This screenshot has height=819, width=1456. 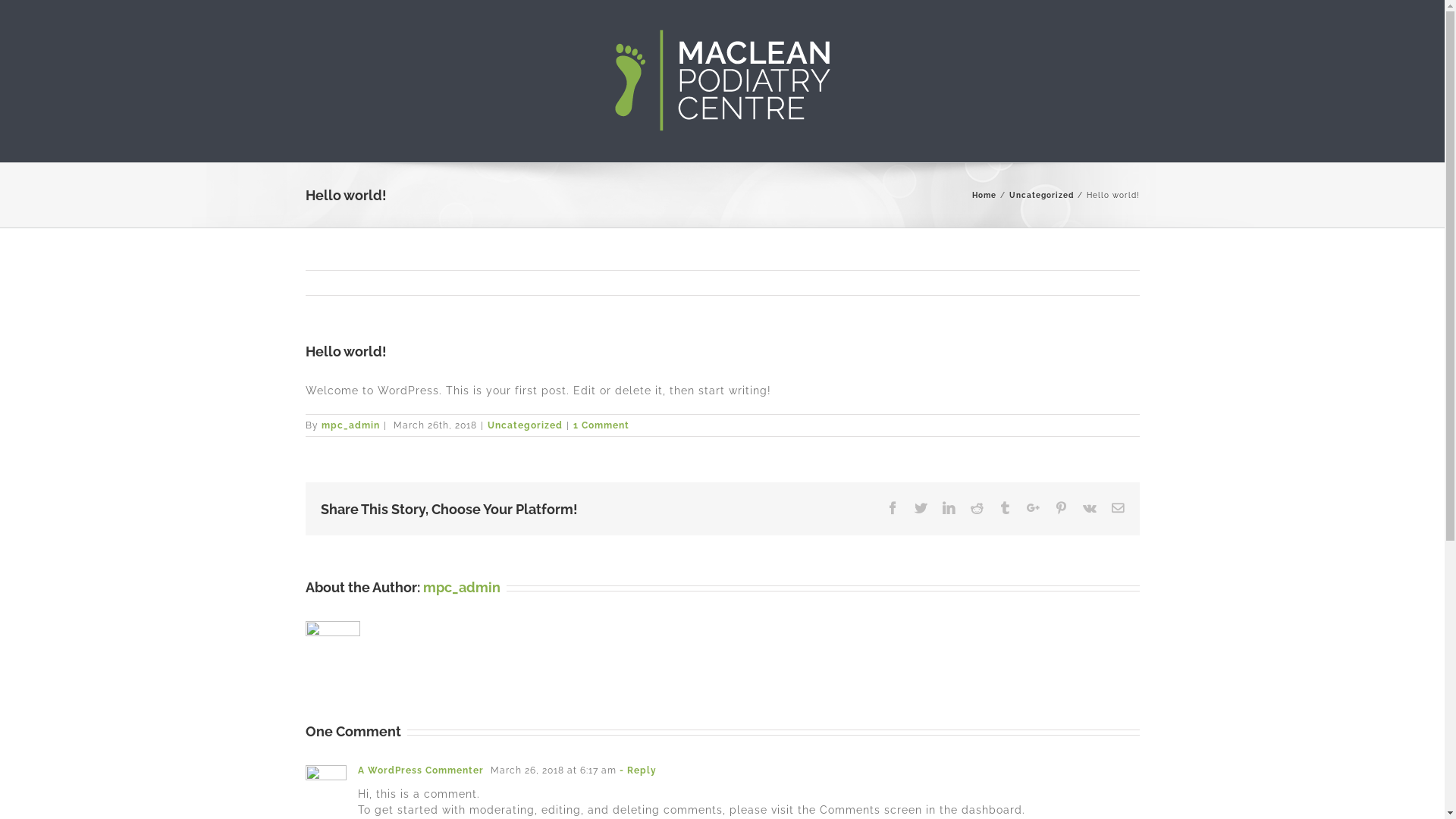 What do you see at coordinates (637, 770) in the screenshot?
I see `'- Reply'` at bounding box center [637, 770].